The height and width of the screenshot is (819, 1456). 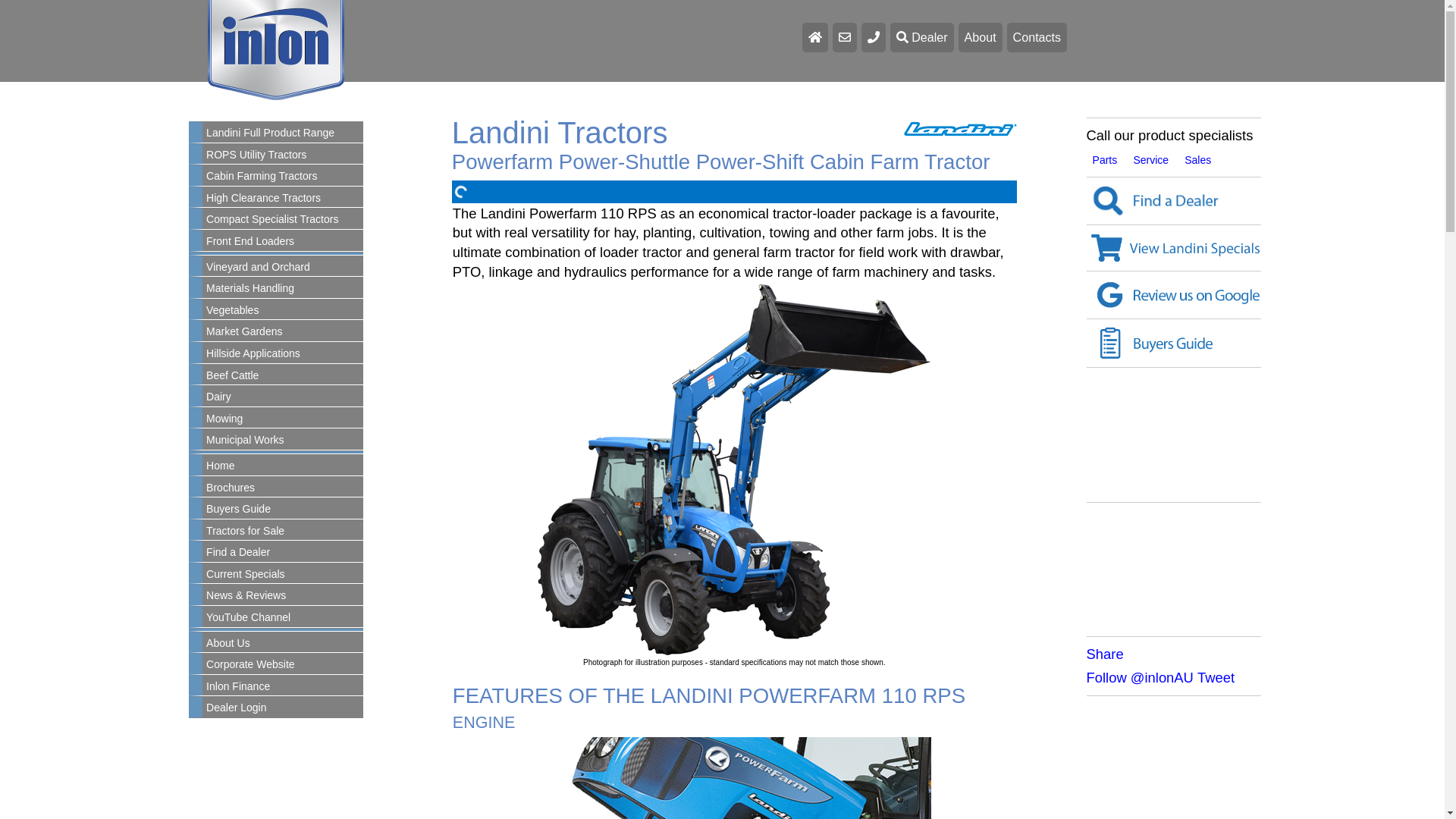 What do you see at coordinates (283, 397) in the screenshot?
I see `'Dairy'` at bounding box center [283, 397].